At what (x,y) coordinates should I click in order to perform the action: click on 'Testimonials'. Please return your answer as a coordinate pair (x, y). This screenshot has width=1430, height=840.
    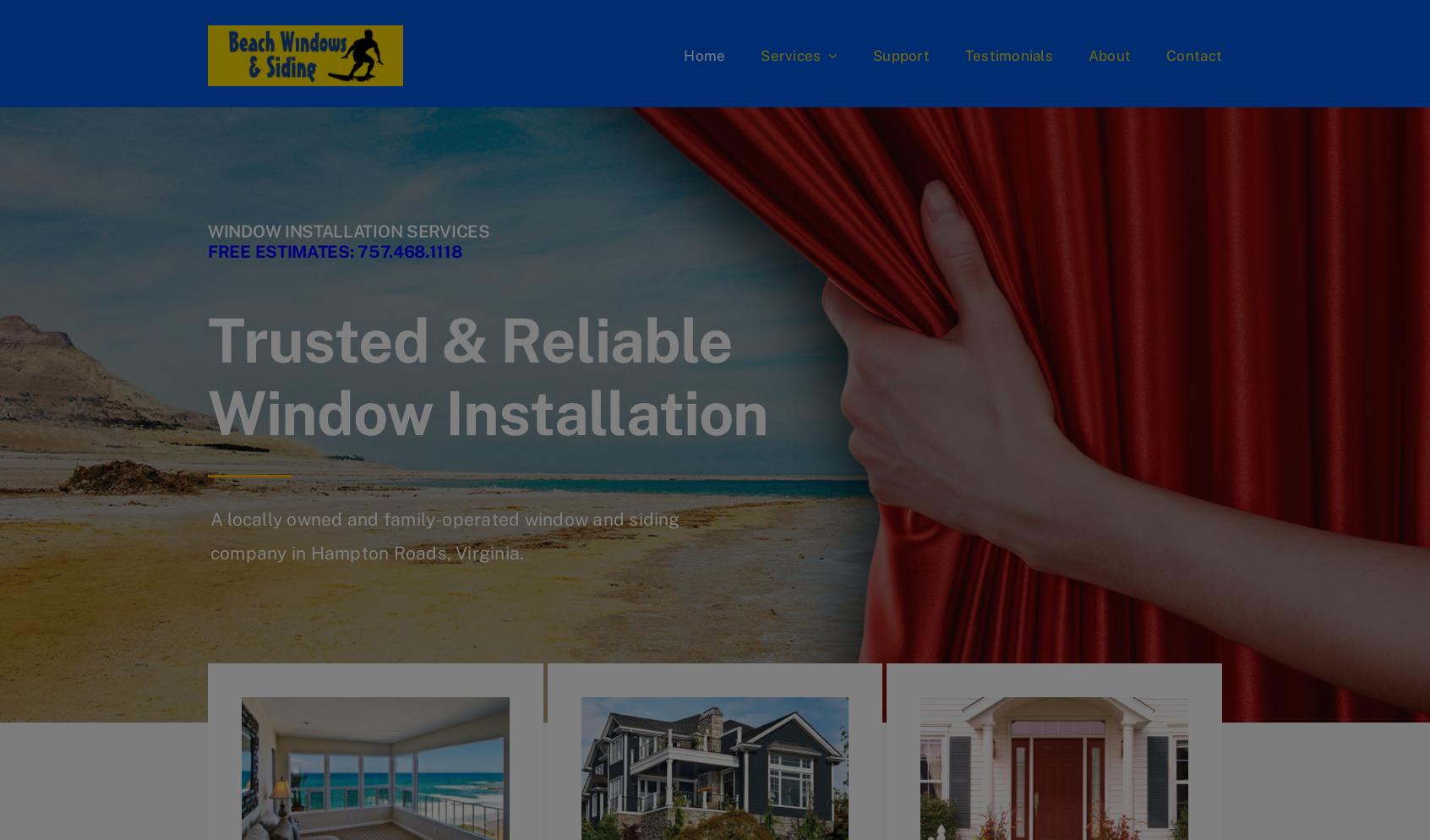
    Looking at the image, I should click on (963, 54).